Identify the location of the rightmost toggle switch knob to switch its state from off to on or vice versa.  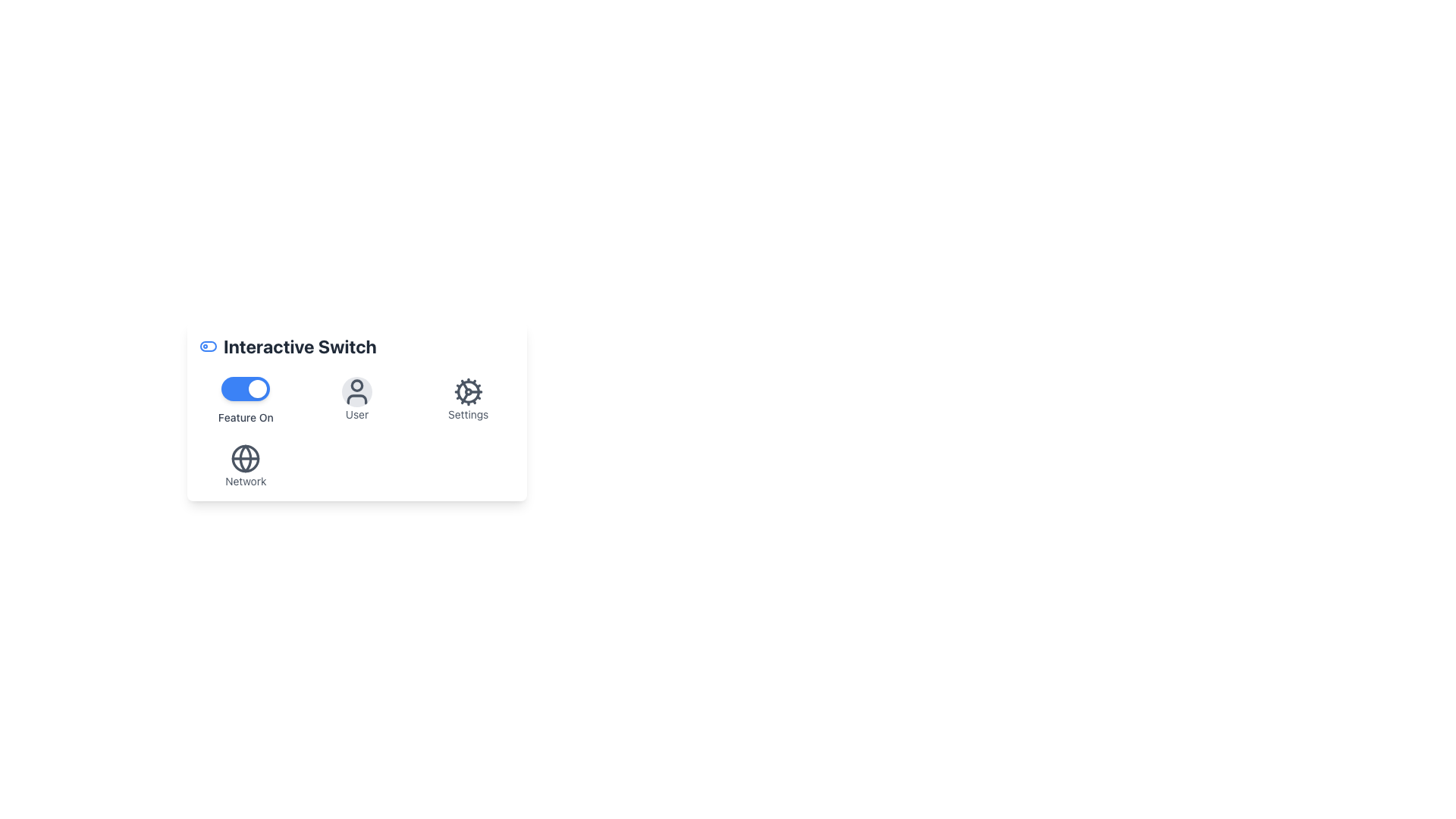
(258, 388).